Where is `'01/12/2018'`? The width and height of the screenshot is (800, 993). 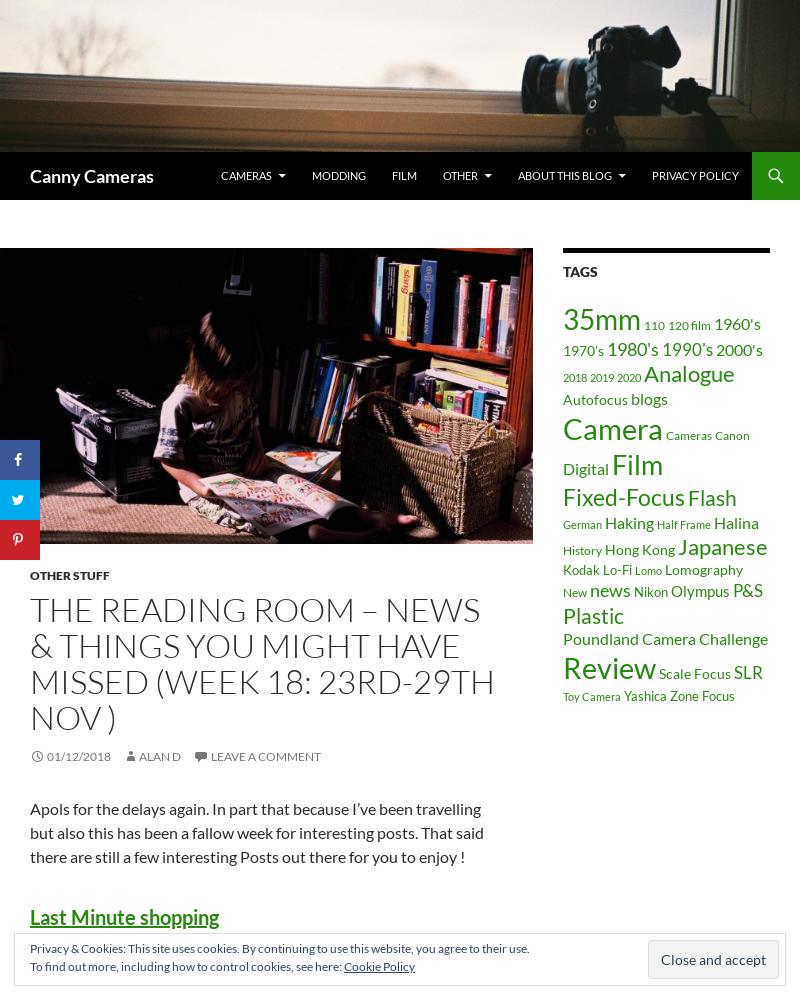
'01/12/2018' is located at coordinates (79, 755).